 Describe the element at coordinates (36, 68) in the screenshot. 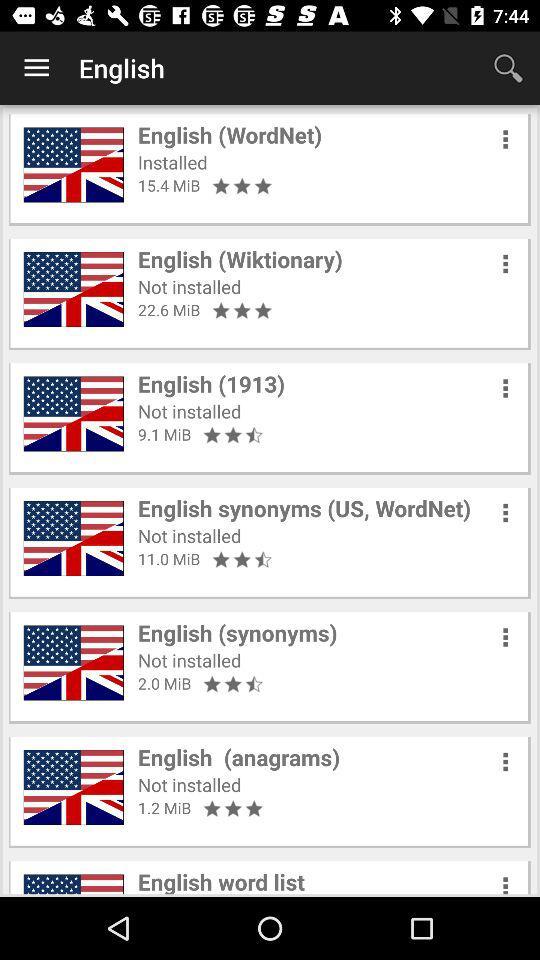

I see `the item next to english icon` at that location.